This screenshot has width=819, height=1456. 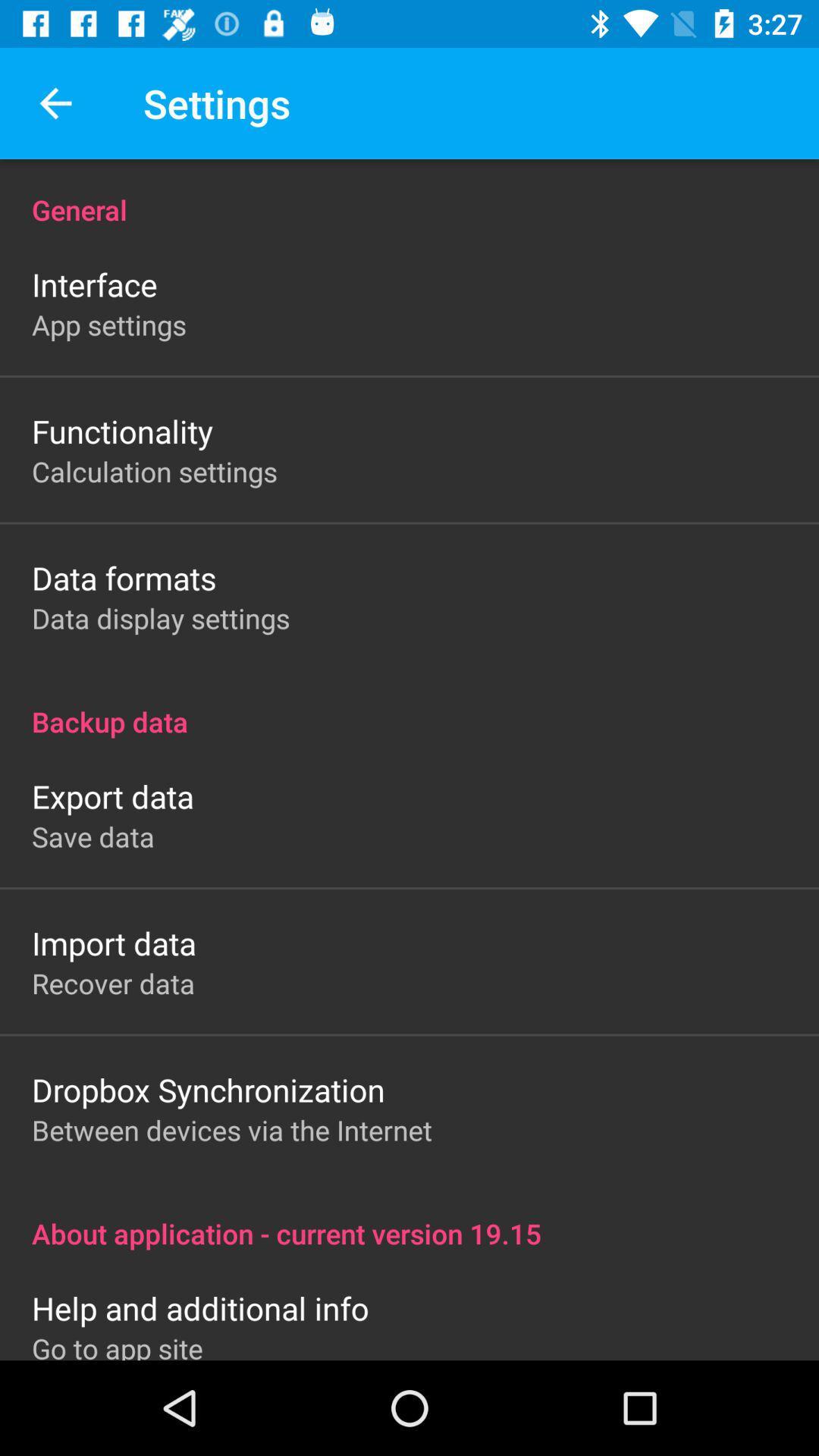 I want to click on icon below the dropbox synchronization item, so click(x=231, y=1130).